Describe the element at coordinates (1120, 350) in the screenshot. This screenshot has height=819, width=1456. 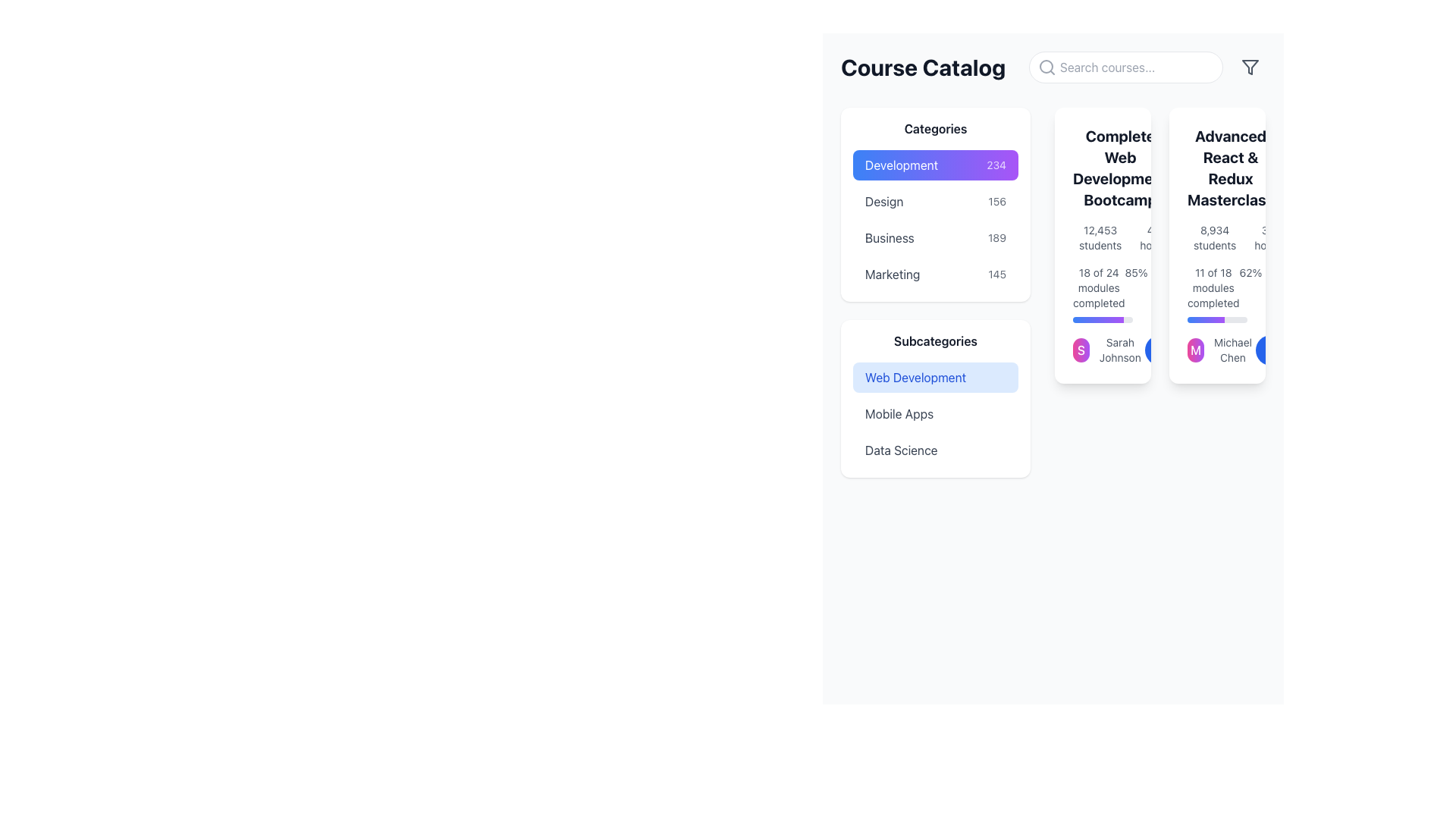
I see `the text label displaying 'Sarah Johnson', which is styled in gray and positioned to the right of the circular avatar with the letter 'S'` at that location.